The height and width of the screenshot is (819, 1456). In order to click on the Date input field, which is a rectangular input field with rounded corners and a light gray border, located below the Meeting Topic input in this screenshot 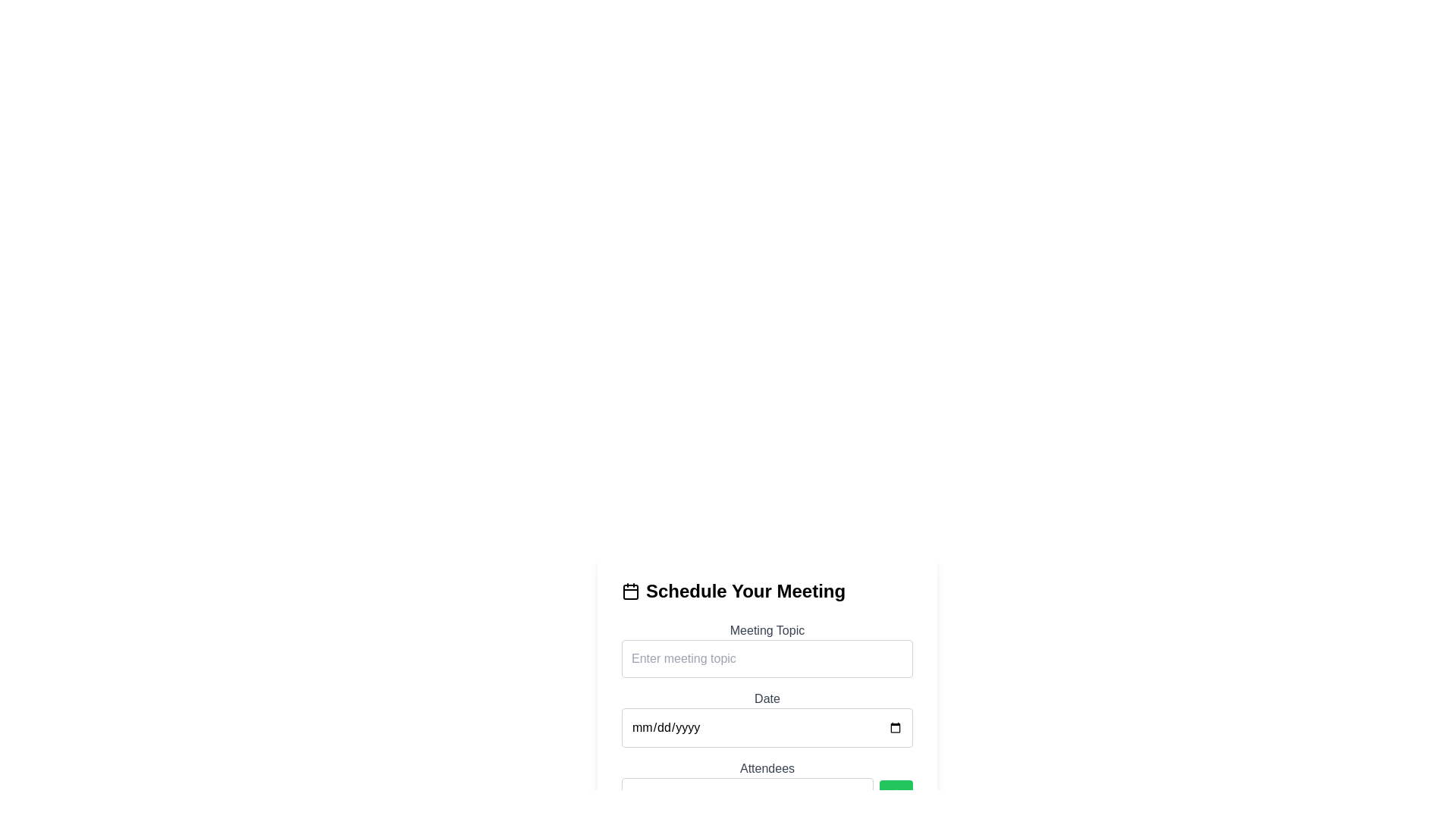, I will do `click(767, 727)`.